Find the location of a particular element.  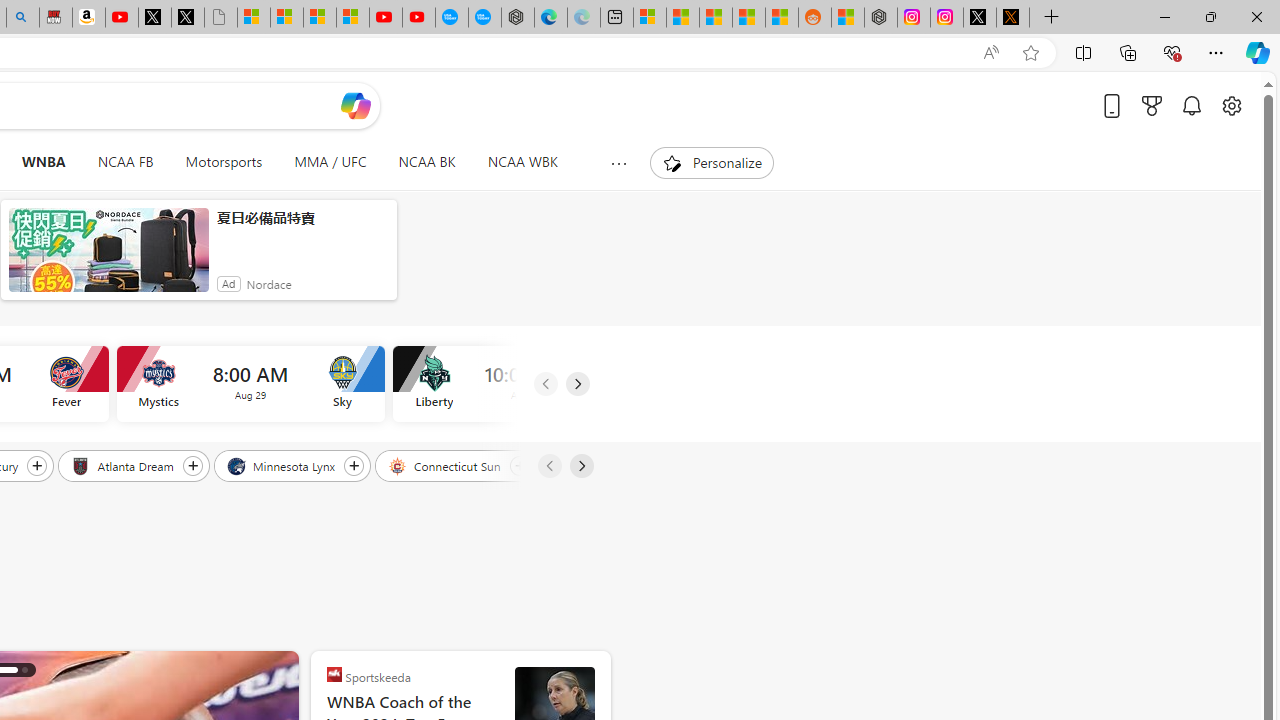

'The most popular Google ' is located at coordinates (484, 17).